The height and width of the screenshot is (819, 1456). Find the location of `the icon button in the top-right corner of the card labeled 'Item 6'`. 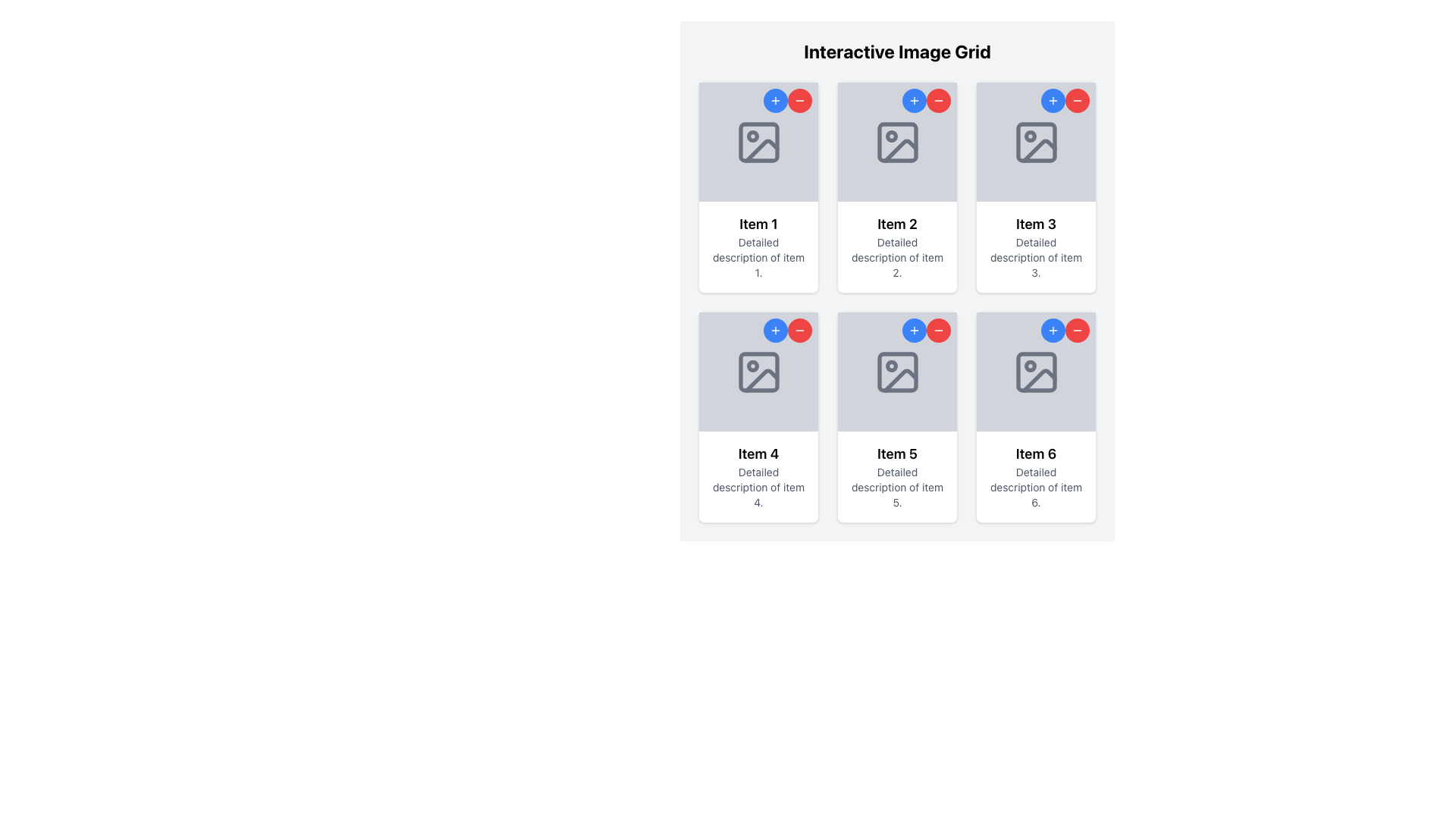

the icon button in the top-right corner of the card labeled 'Item 6' is located at coordinates (1076, 329).